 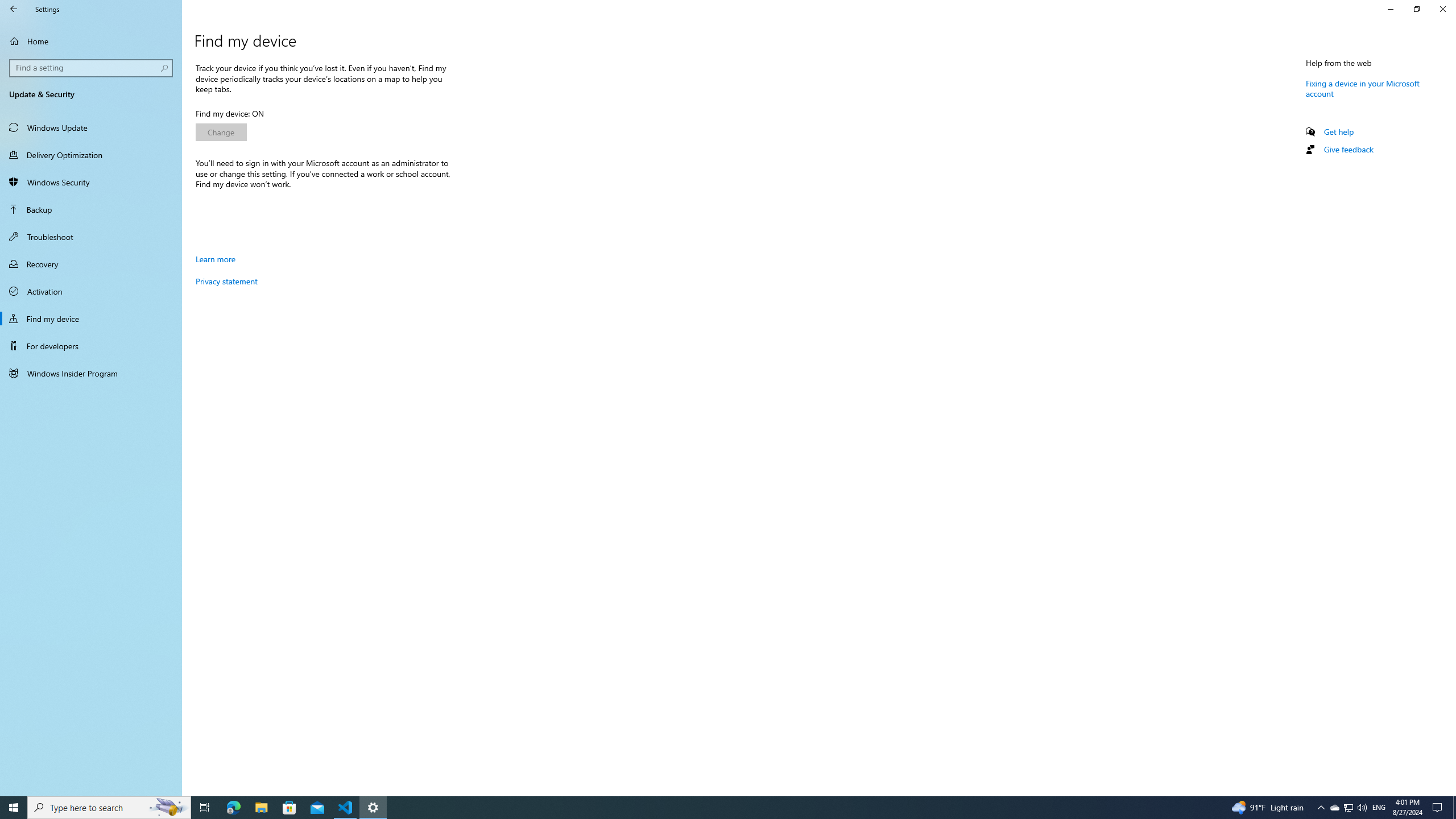 I want to click on 'Activation', so click(x=90, y=290).